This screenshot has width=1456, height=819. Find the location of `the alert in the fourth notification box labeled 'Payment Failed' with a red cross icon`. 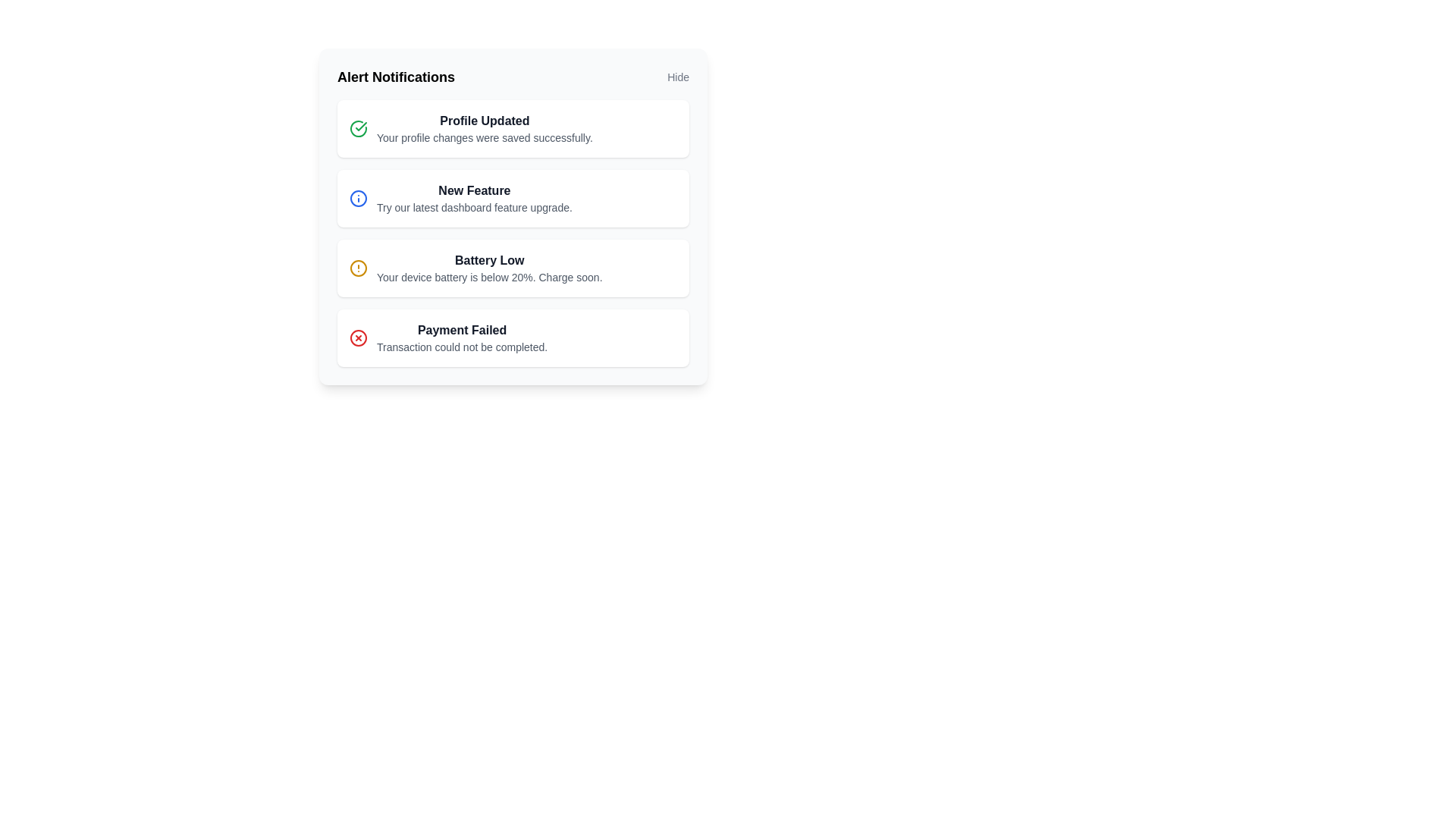

the alert in the fourth notification box labeled 'Payment Failed' with a red cross icon is located at coordinates (513, 337).